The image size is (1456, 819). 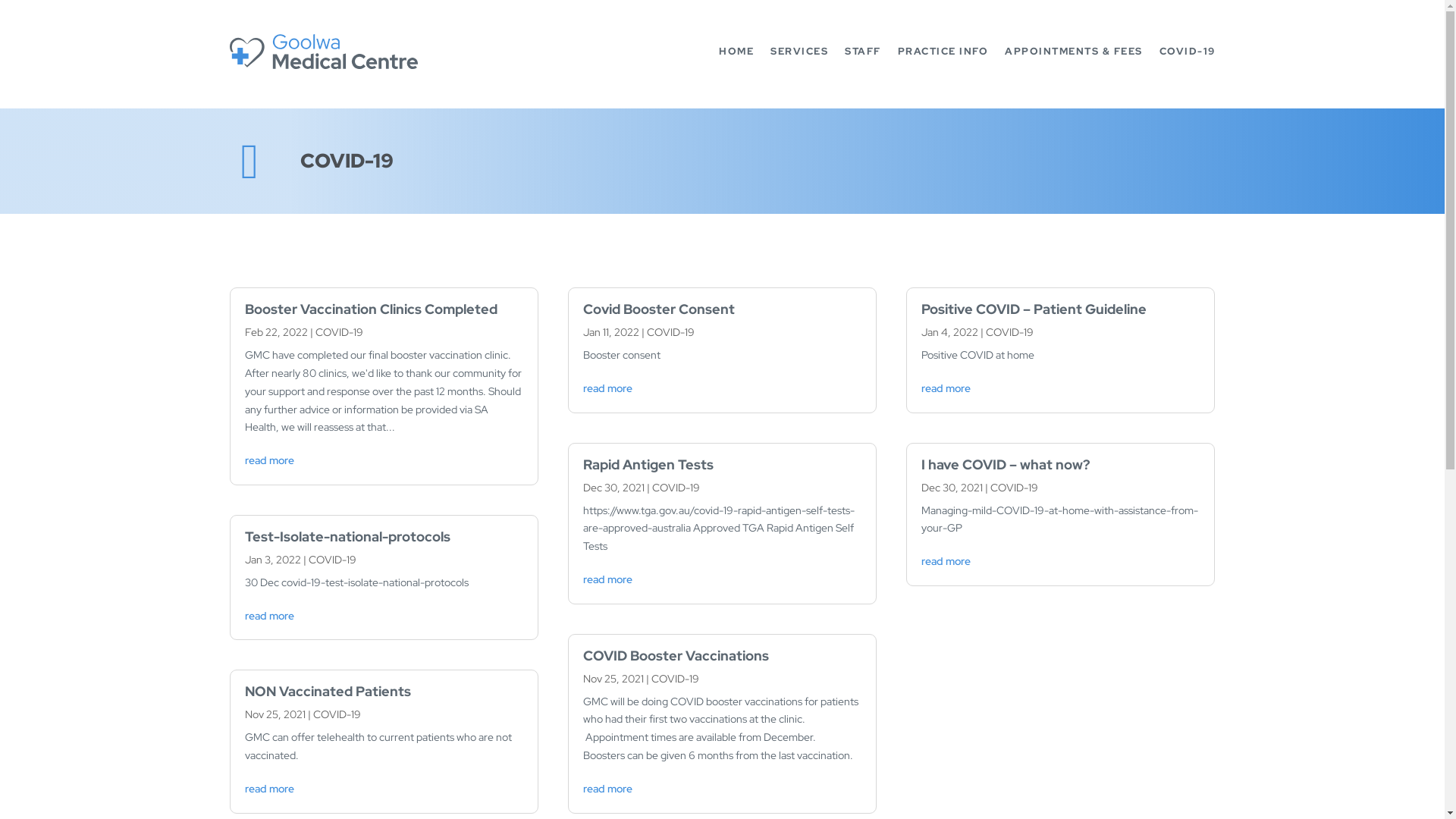 I want to click on 'read more', so click(x=607, y=788).